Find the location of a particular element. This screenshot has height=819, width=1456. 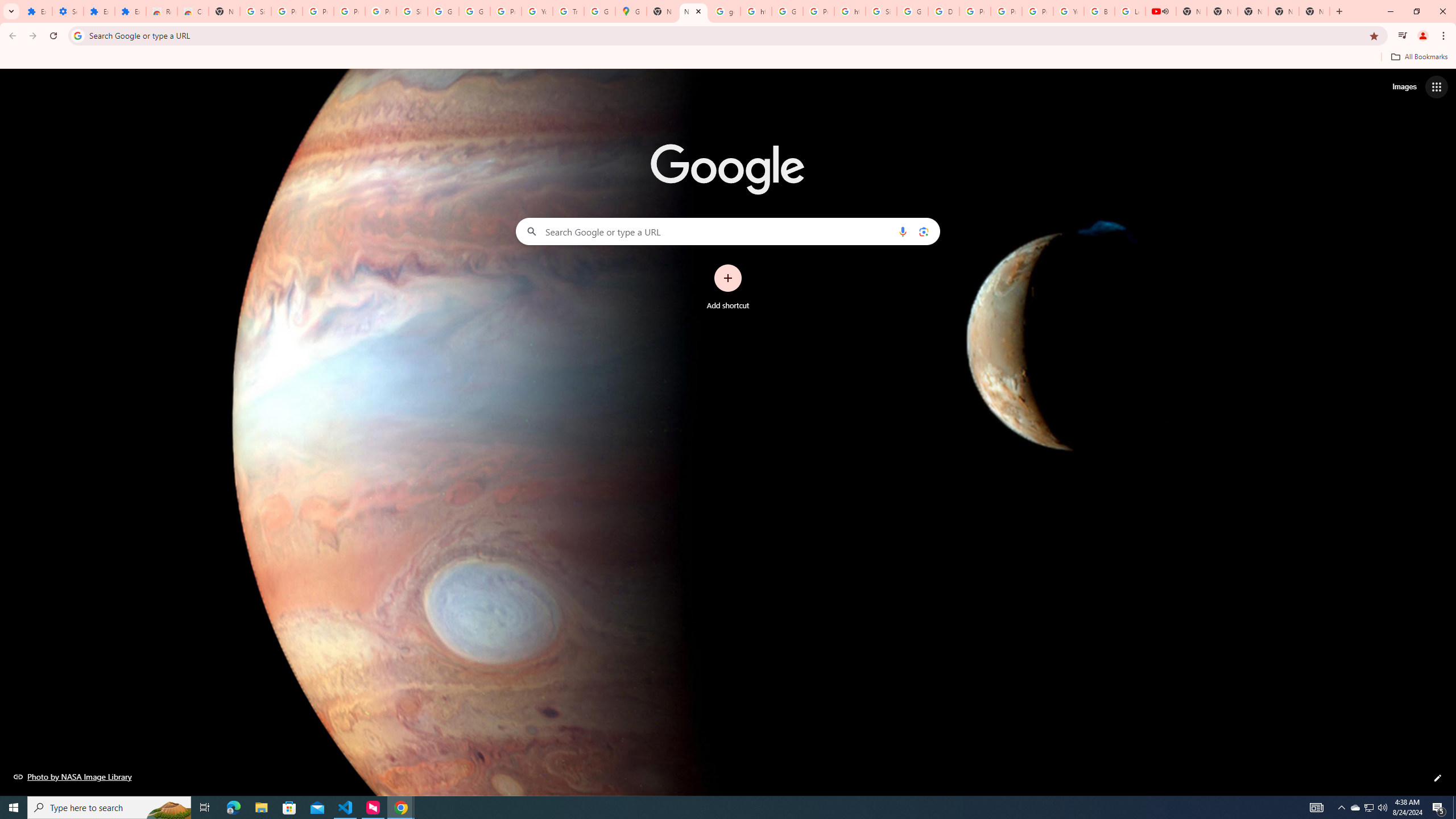

'Control your music, videos, and more' is located at coordinates (1403, 35).